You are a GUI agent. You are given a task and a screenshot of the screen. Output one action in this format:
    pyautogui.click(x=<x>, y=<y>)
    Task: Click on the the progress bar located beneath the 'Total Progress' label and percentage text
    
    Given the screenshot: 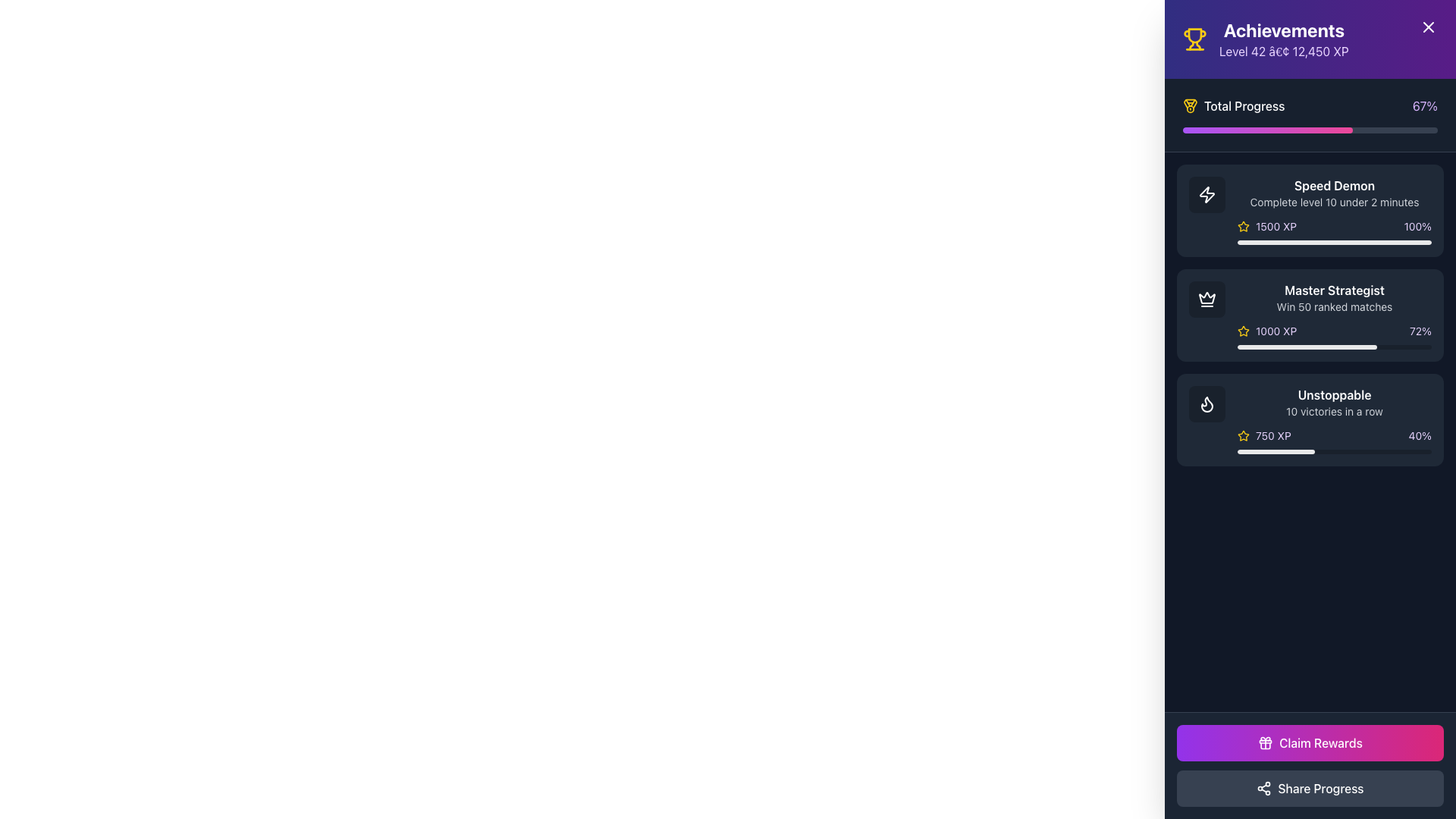 What is the action you would take?
    pyautogui.click(x=1310, y=130)
    